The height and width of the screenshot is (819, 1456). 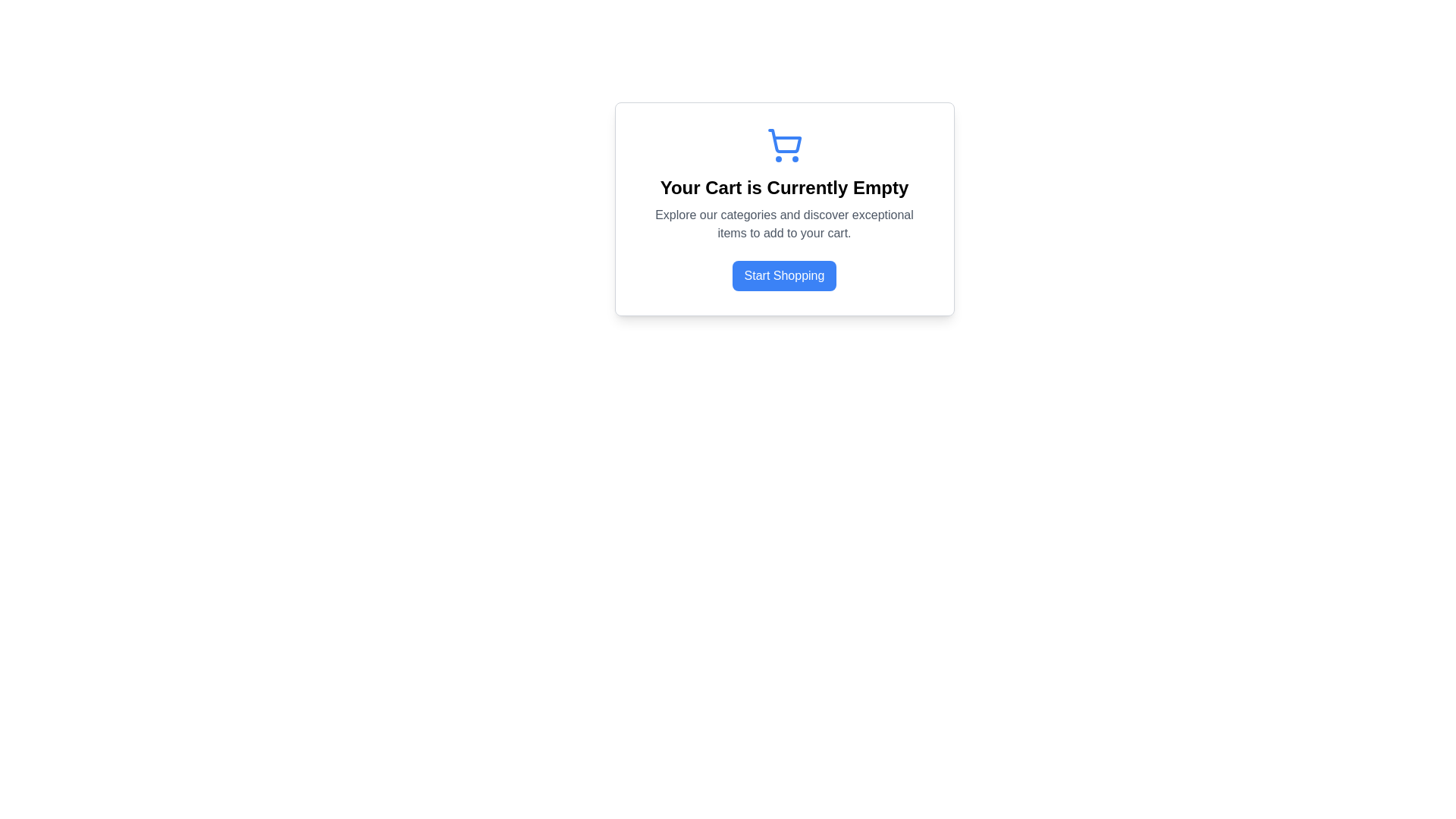 I want to click on the text block that says 'Explore our categories and discover exceptional items to add to your cart.', which is styled in gray and located centrally within the card below the header 'Your Cart is Currently Empty', so click(x=784, y=224).